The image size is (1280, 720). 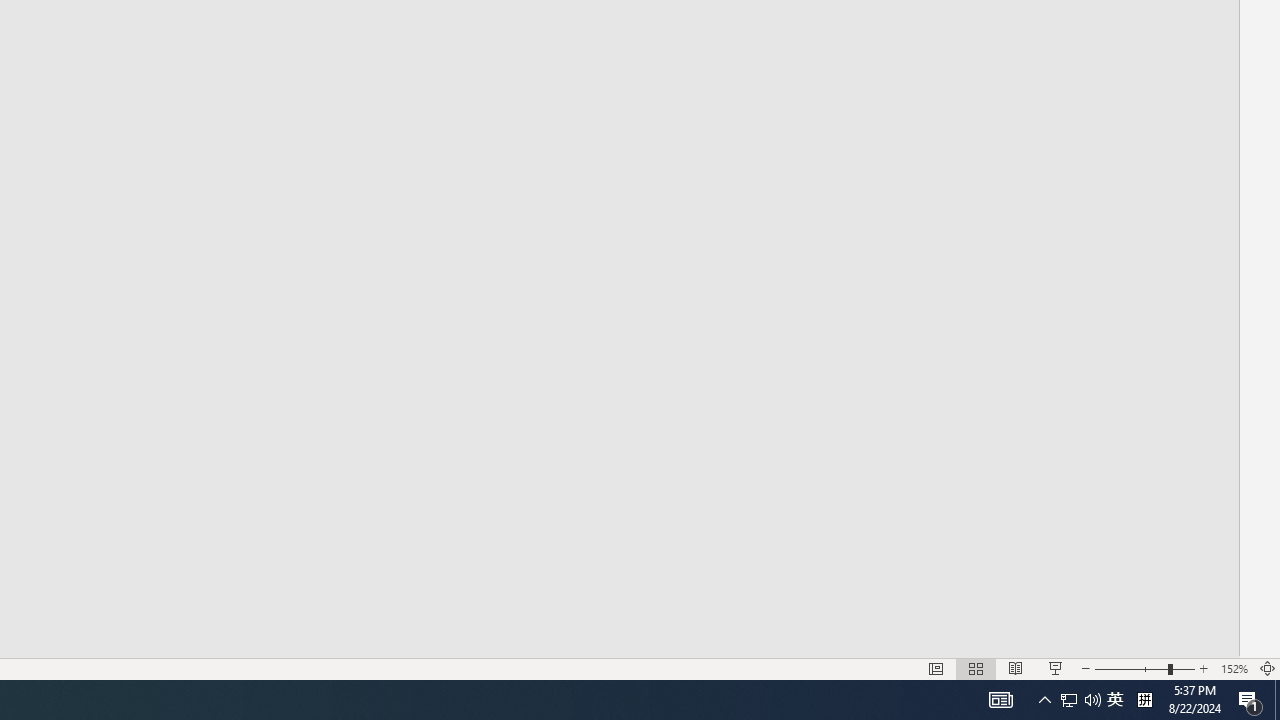 I want to click on 'Zoom 152%', so click(x=1233, y=669).